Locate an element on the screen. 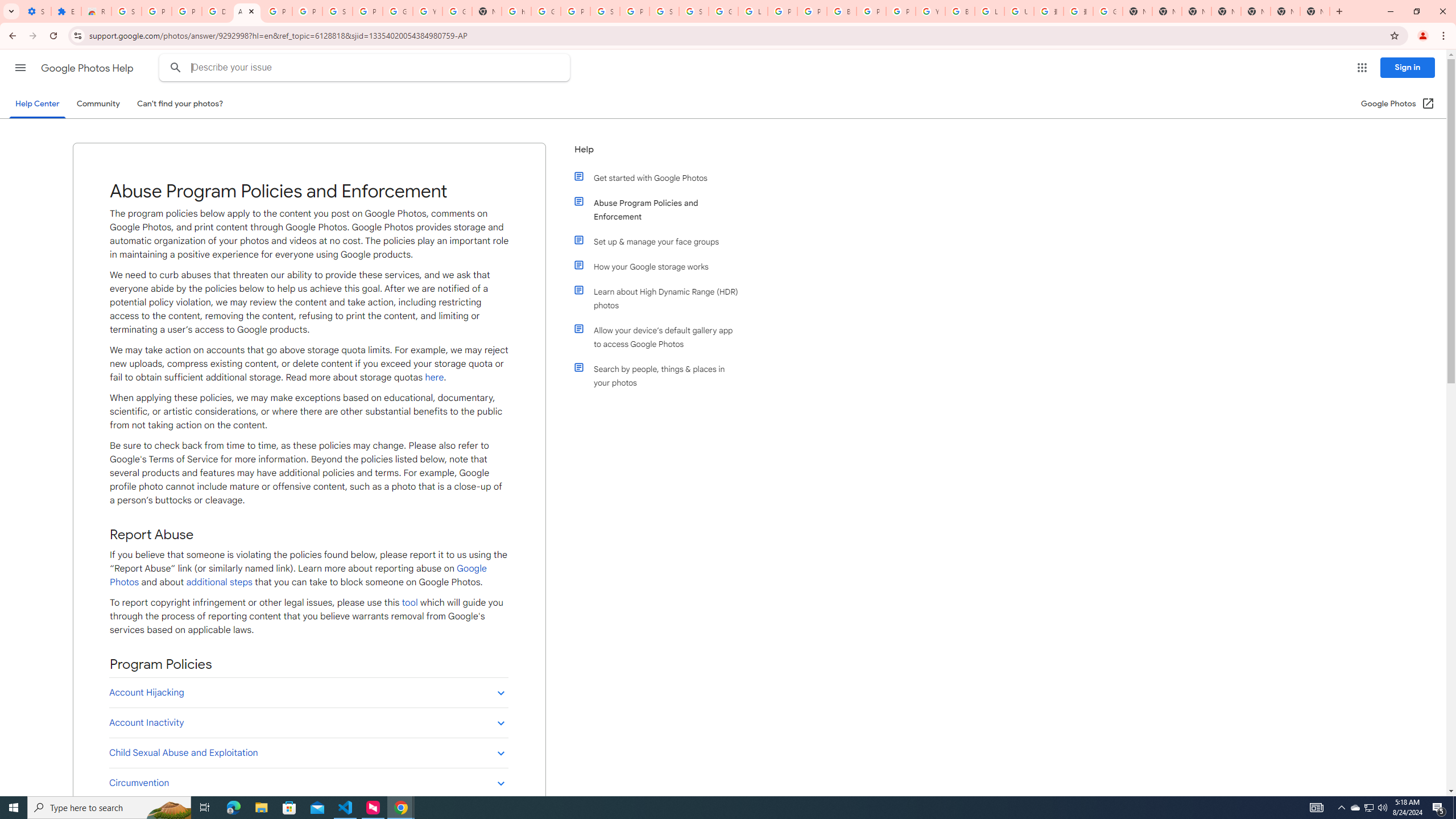 Image resolution: width=1456 pixels, height=819 pixels. 'Community' is located at coordinates (97, 103).